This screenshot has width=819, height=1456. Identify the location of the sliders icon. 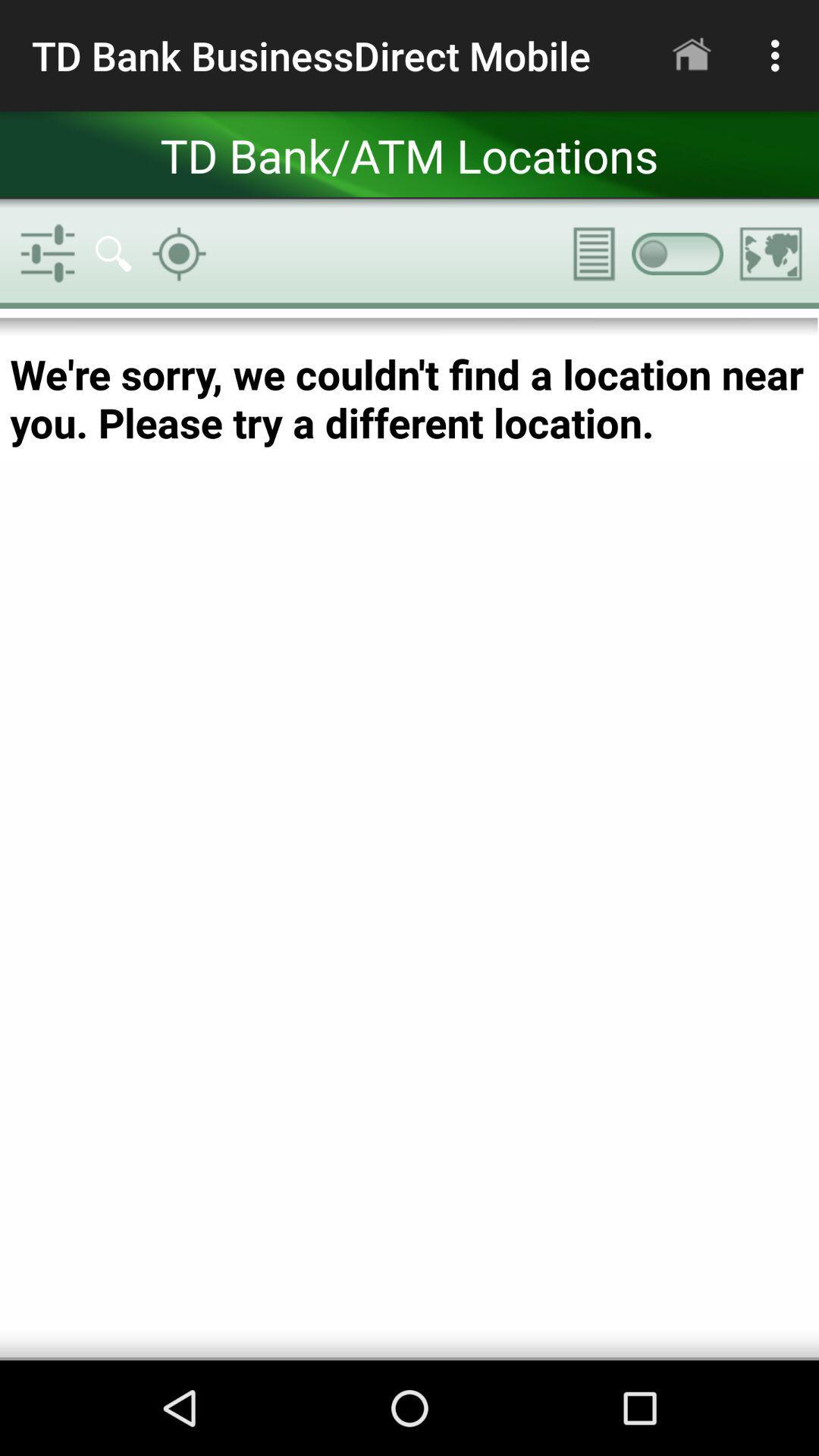
(46, 253).